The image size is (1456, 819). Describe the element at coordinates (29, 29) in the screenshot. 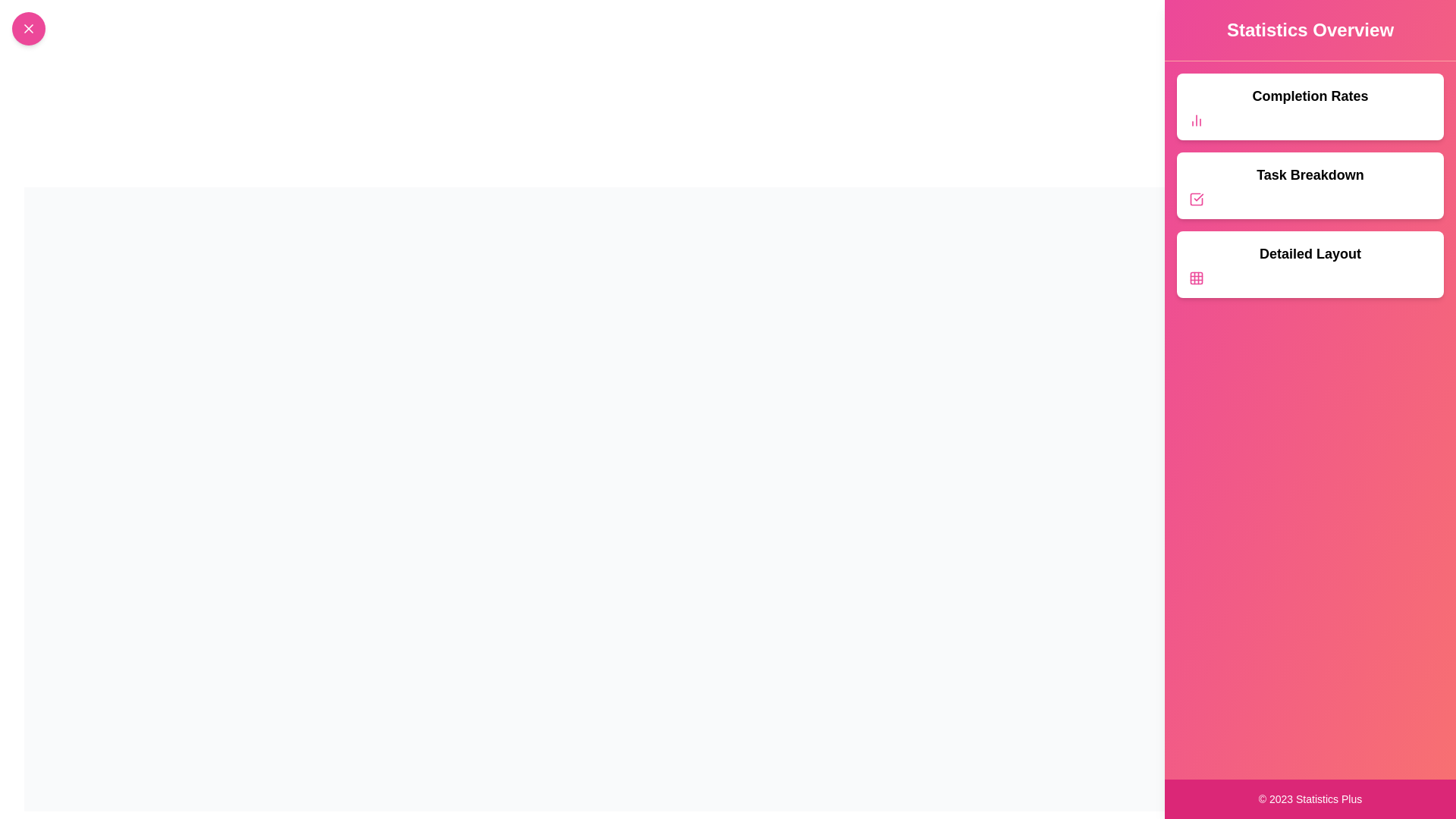

I see `button at the top-left corner of the screen to toggle the drawer` at that location.